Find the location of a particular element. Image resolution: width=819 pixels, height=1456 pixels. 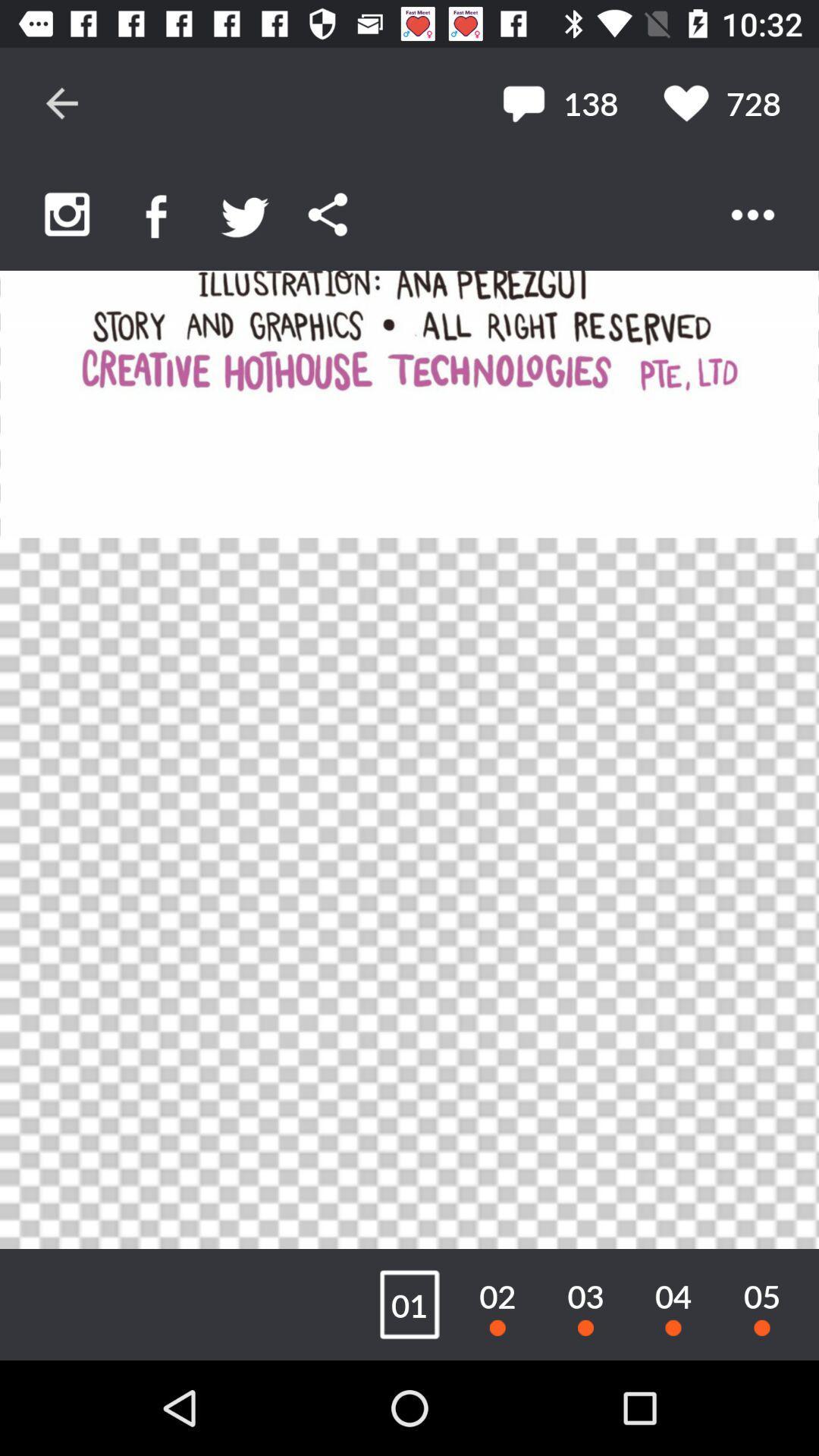

share button is located at coordinates (327, 214).